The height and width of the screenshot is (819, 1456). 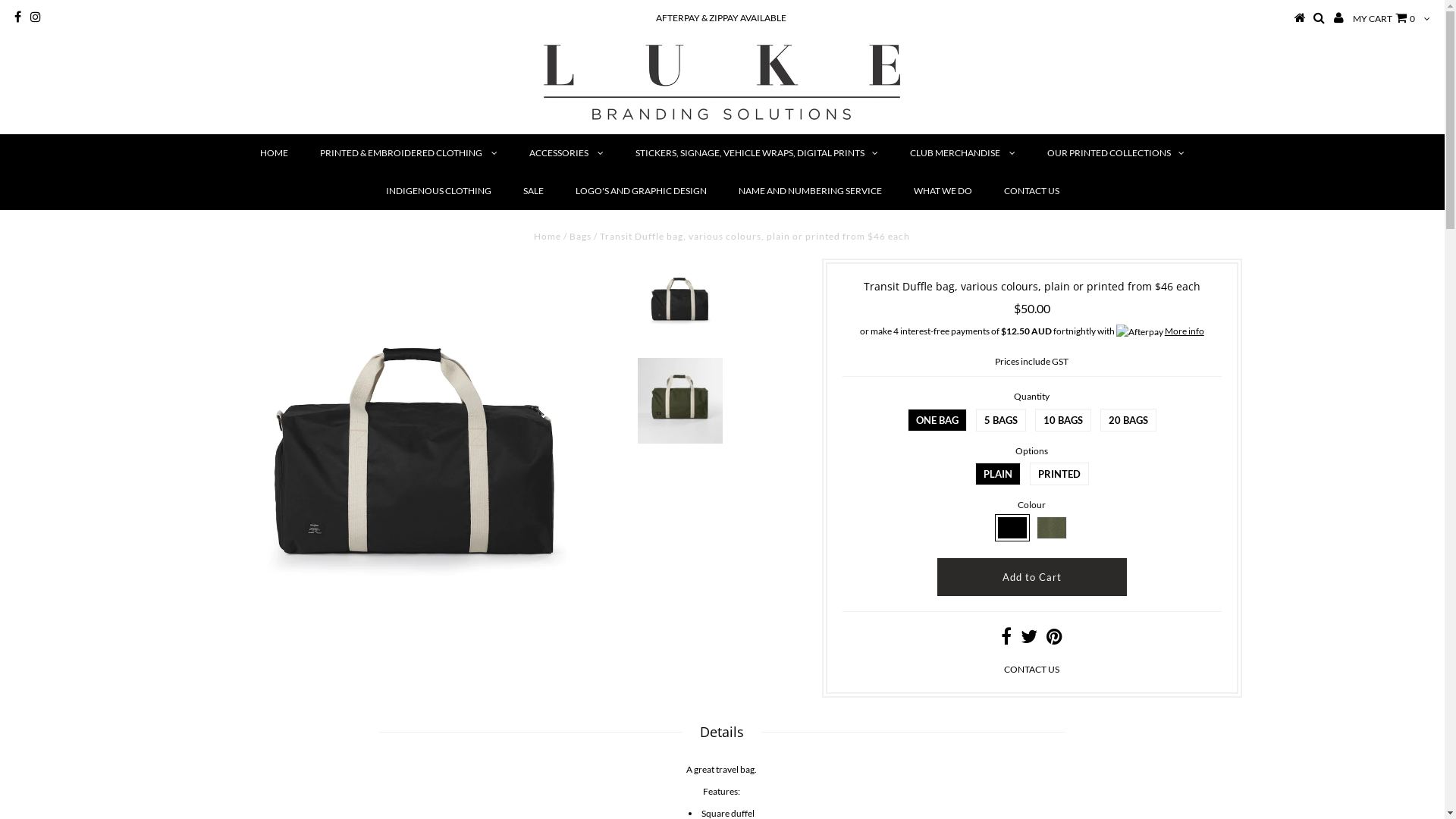 What do you see at coordinates (757, 152) in the screenshot?
I see `'STICKERS, SIGNAGE, VEHICLE WRAPS, DIGITAL PRINTS'` at bounding box center [757, 152].